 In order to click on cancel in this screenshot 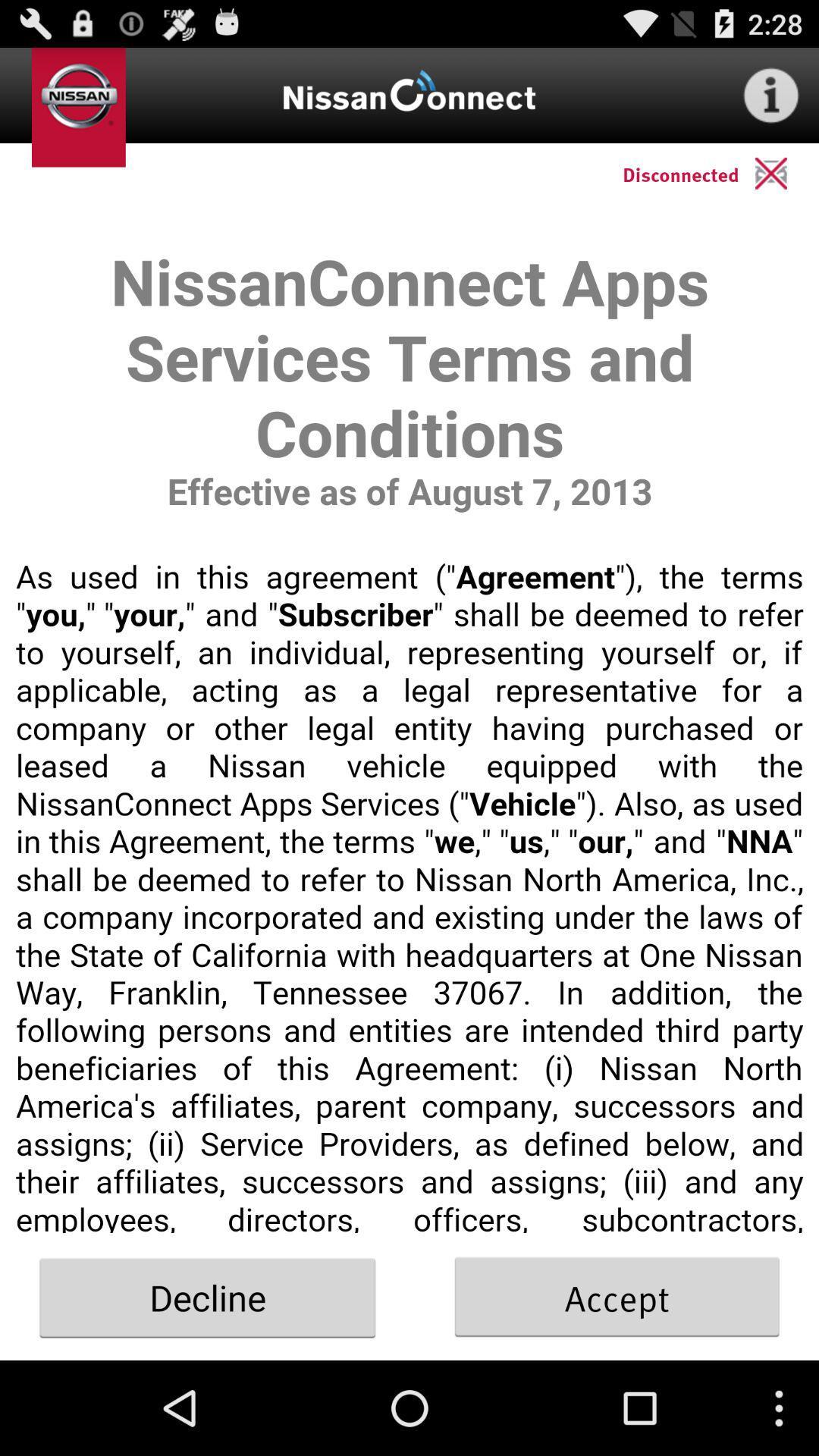, I will do `click(786, 173)`.